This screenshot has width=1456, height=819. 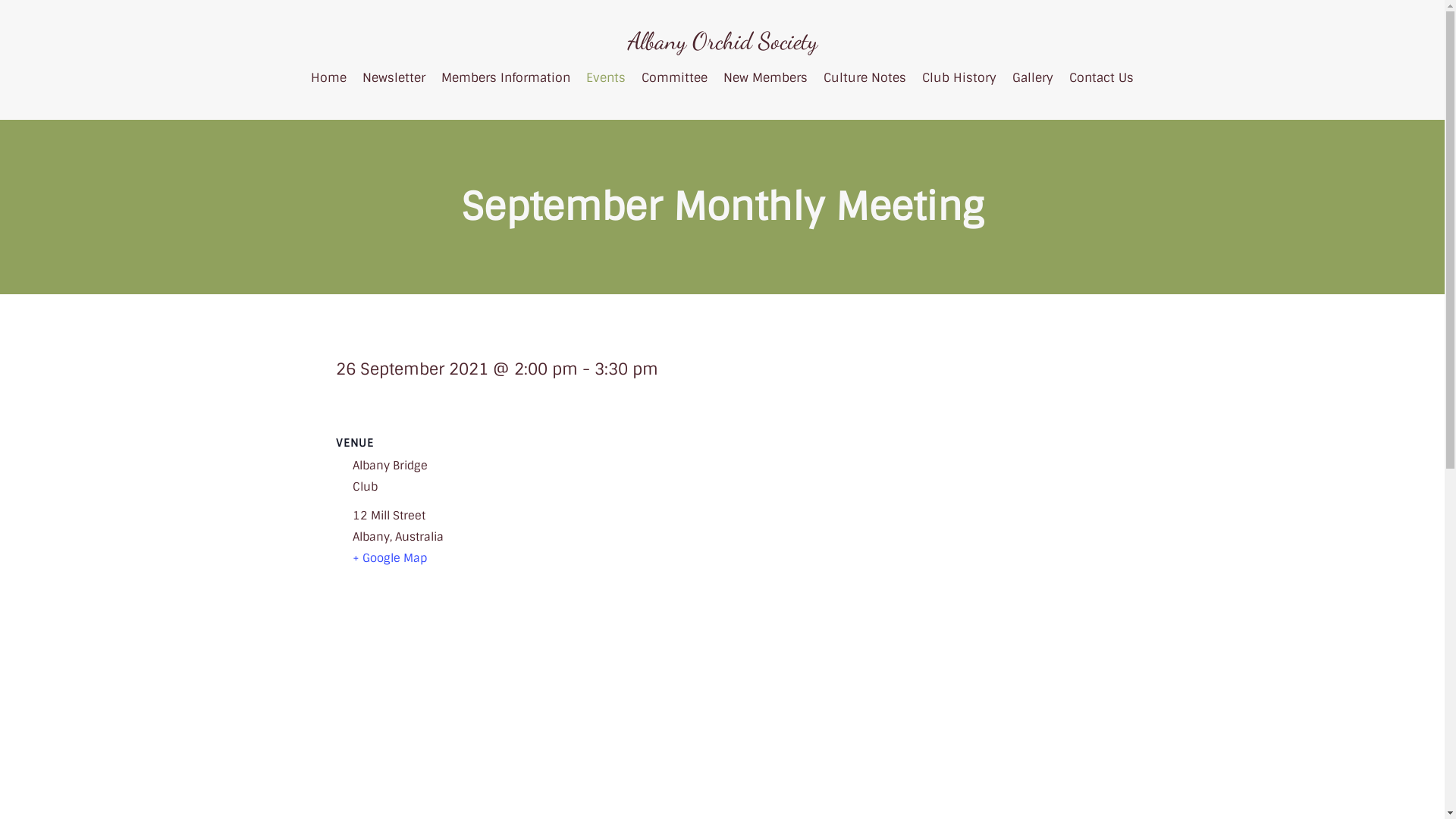 What do you see at coordinates (628, 40) in the screenshot?
I see `'Albany Orchid Society'` at bounding box center [628, 40].